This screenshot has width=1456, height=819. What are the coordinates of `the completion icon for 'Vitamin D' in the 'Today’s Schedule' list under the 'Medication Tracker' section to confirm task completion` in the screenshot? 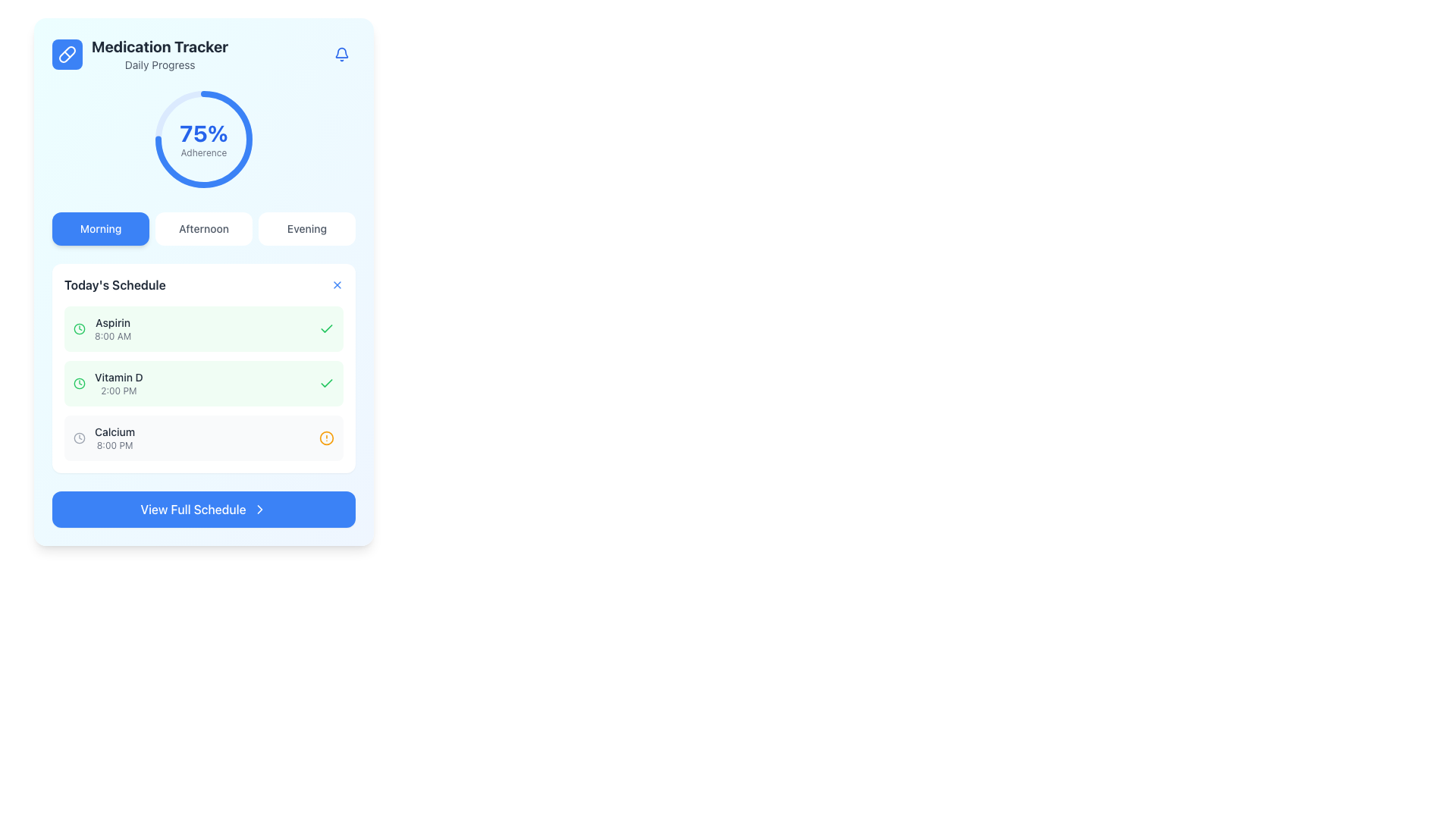 It's located at (326, 327).